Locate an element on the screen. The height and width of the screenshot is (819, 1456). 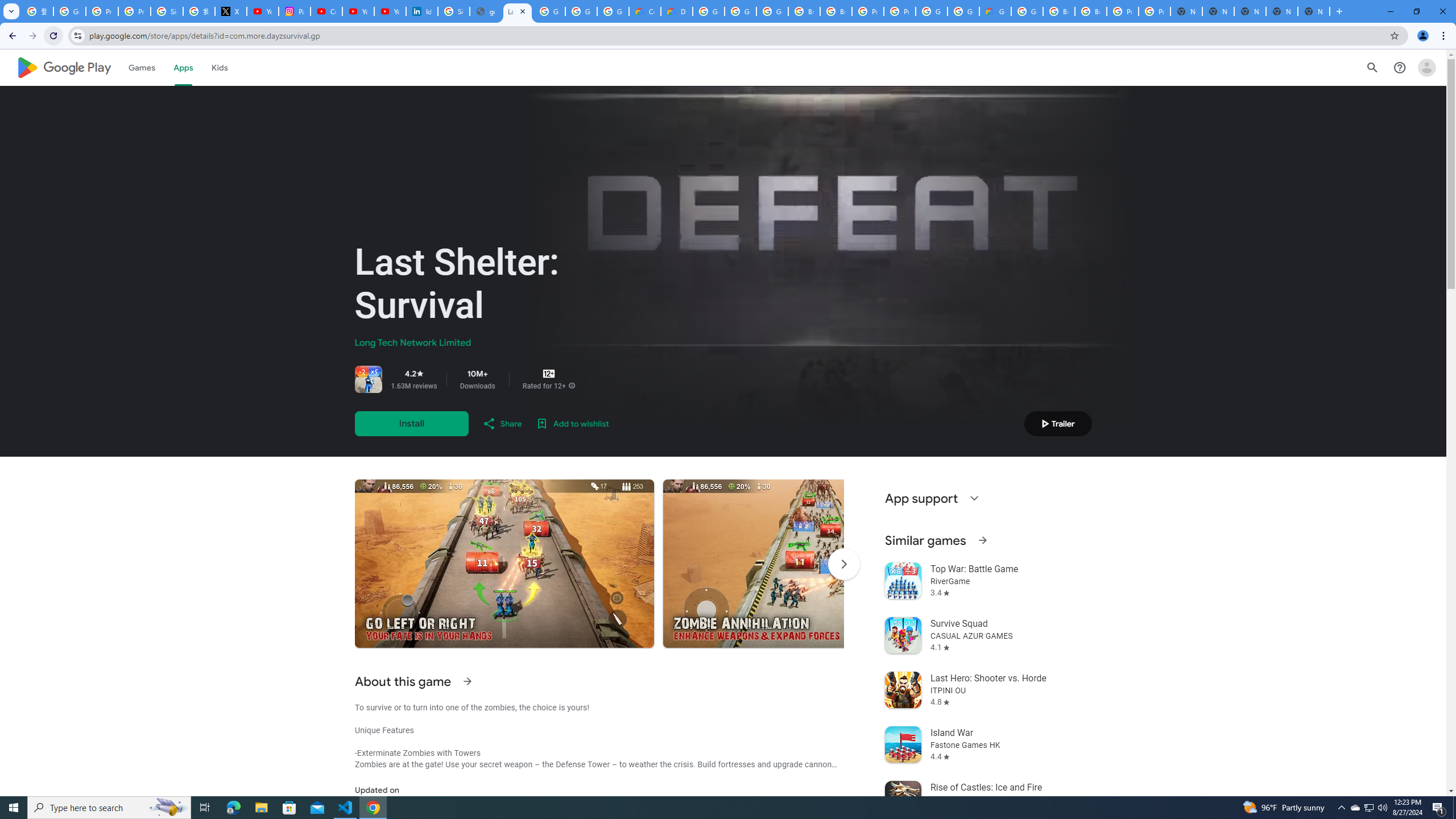
'Google Play logo' is located at coordinates (63, 67).